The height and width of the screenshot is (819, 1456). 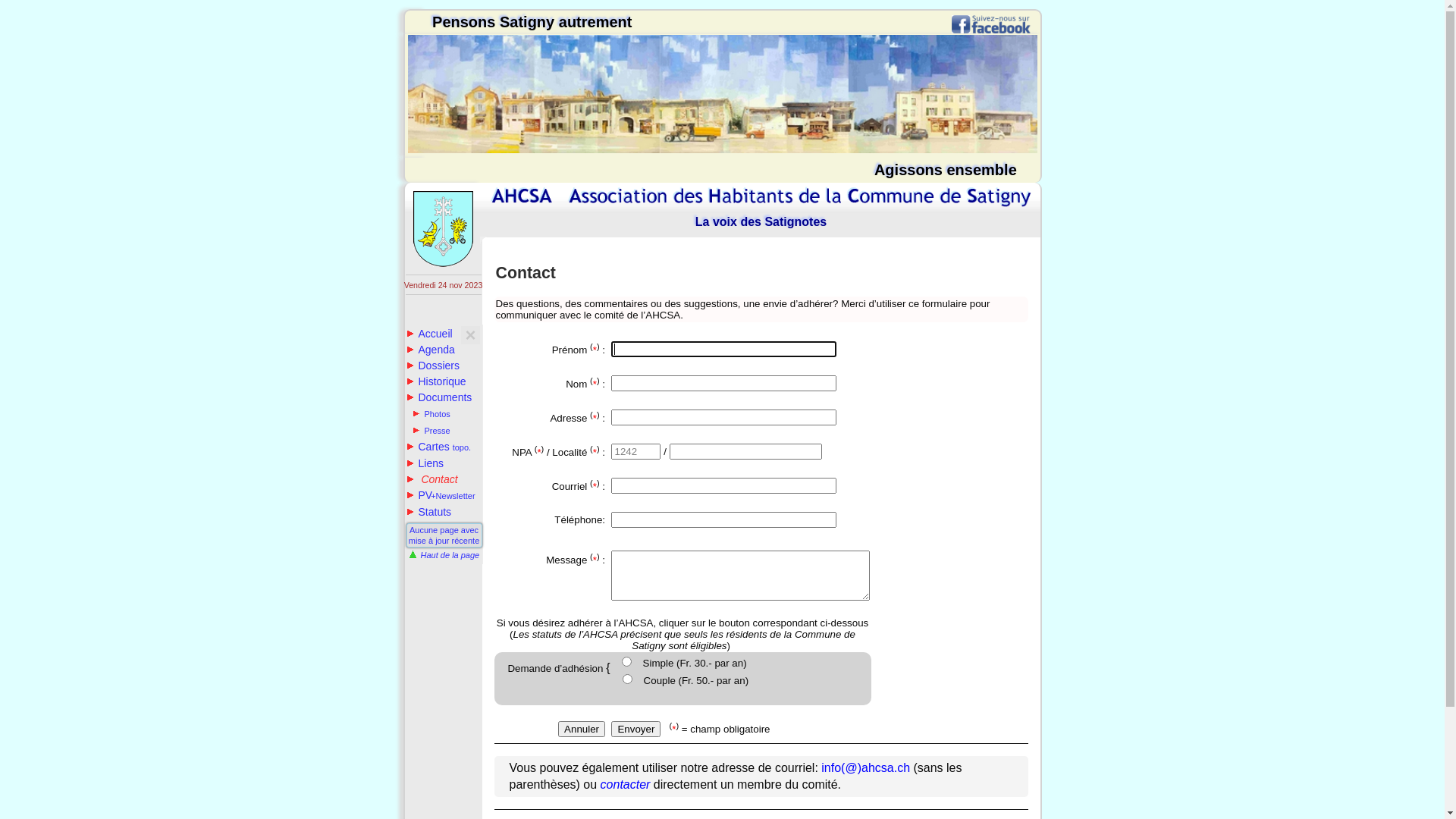 What do you see at coordinates (406, 397) in the screenshot?
I see `'Documents'` at bounding box center [406, 397].